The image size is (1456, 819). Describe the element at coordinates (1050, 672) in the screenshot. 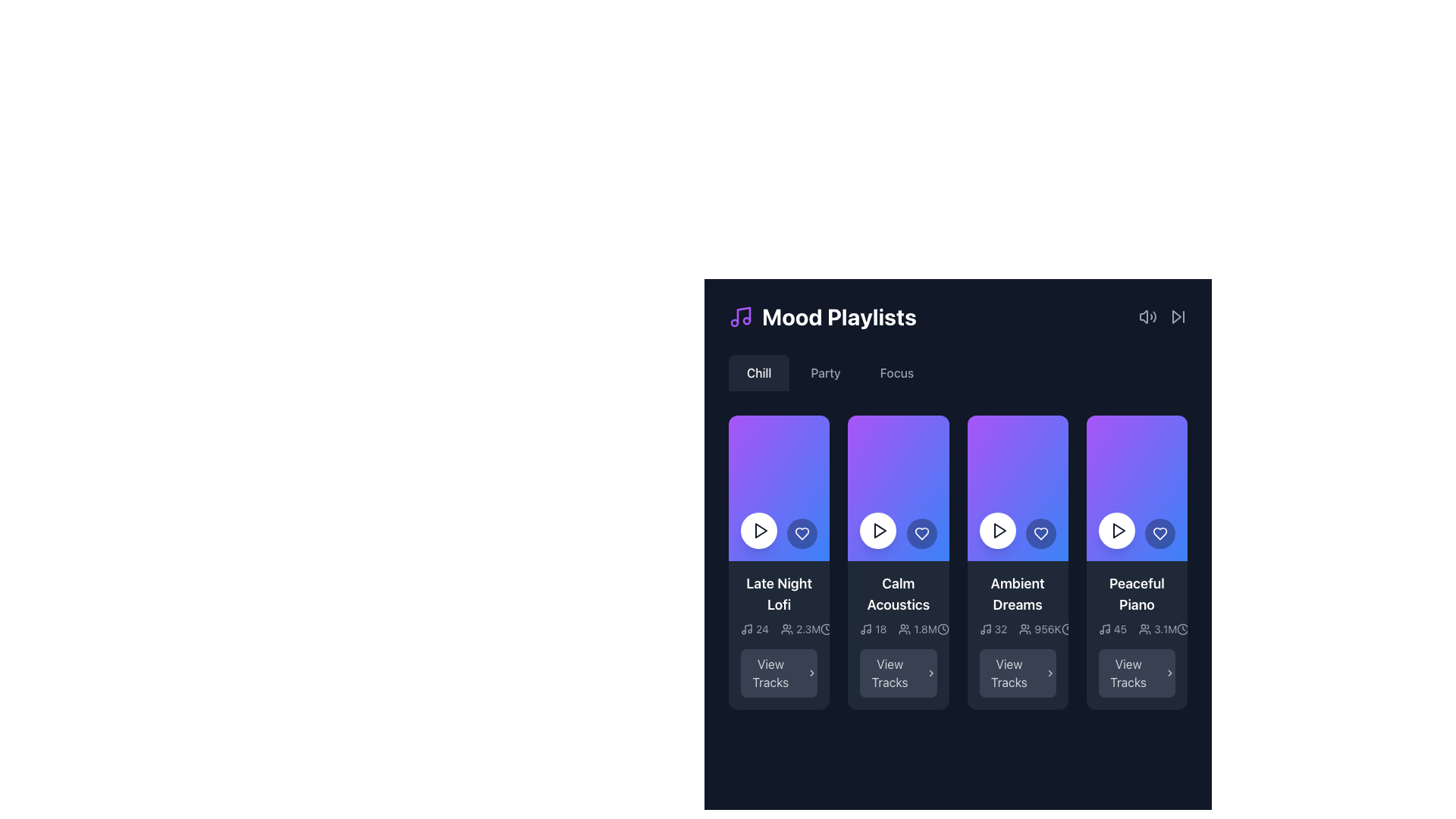

I see `the chevron icon located to the right of the 'View Tracks' button in the fourth card under the 'Mood Playlists' section` at that location.